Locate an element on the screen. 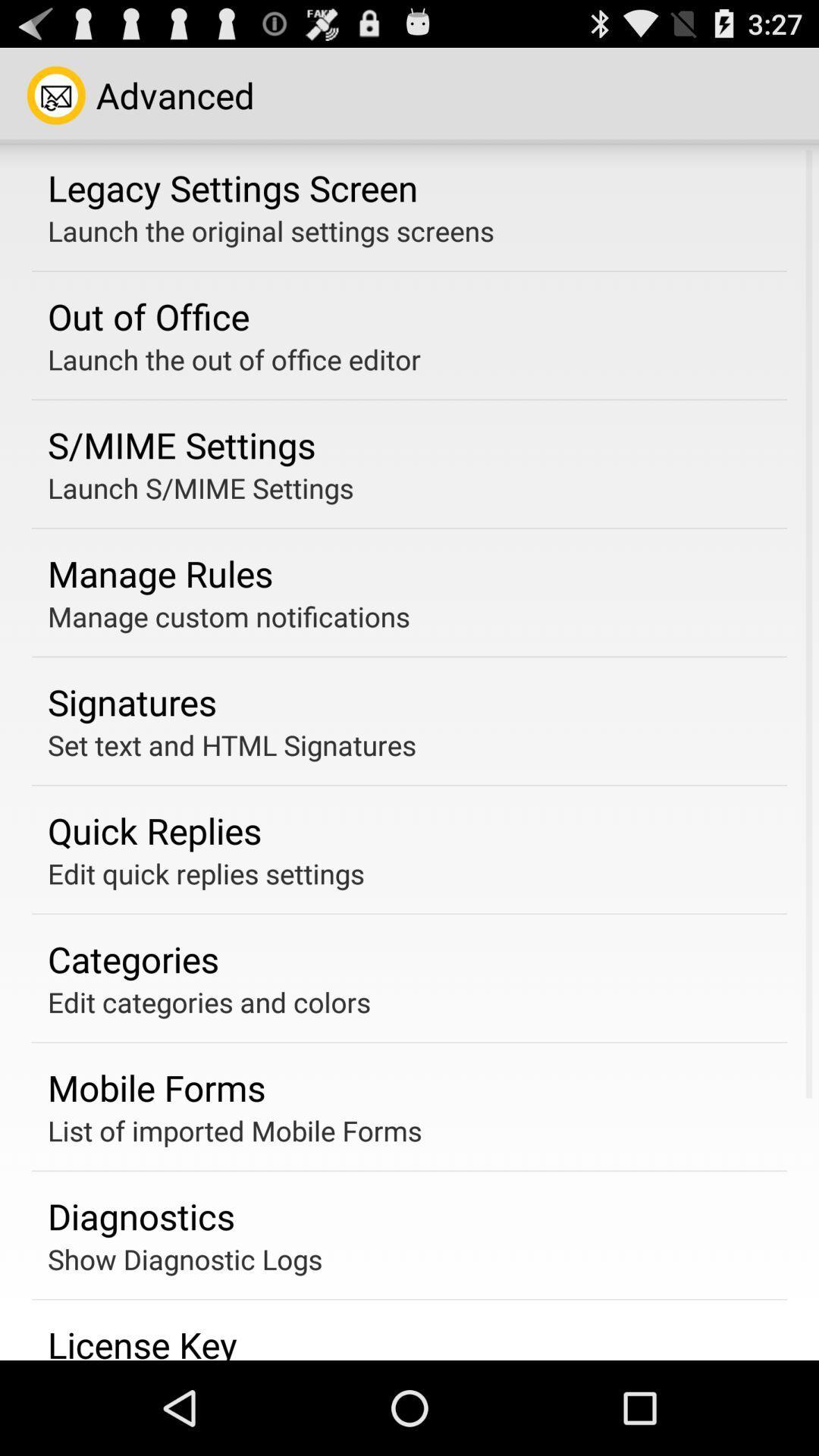  the list of imported icon is located at coordinates (234, 1131).